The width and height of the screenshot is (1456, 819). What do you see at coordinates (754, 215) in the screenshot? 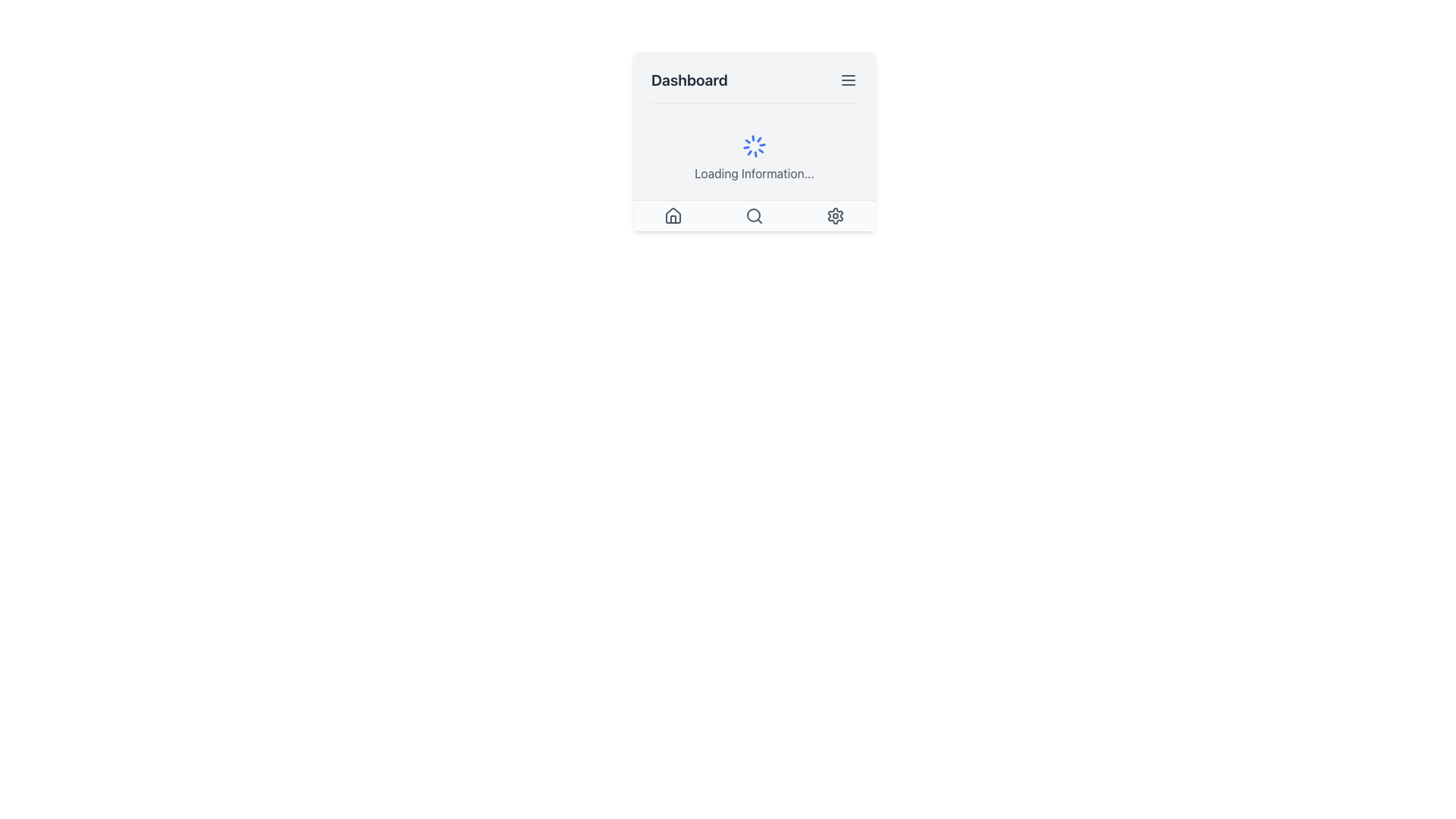
I see `the second icon from the left in the navigation bar located at the bottom of the card, just below the text 'Loading Information...', for additional visual feedback` at bounding box center [754, 215].